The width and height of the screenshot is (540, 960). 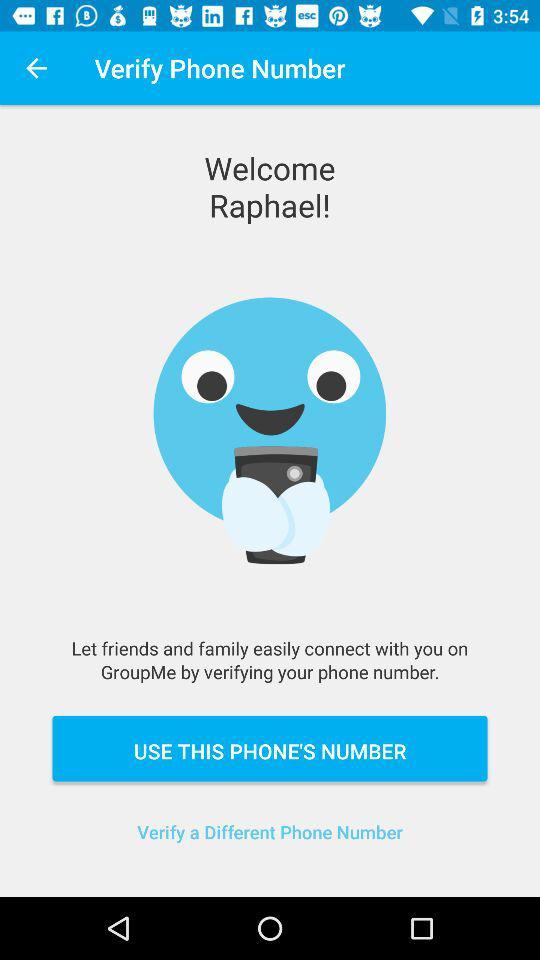 What do you see at coordinates (270, 747) in the screenshot?
I see `the icon above the verify a different icon` at bounding box center [270, 747].